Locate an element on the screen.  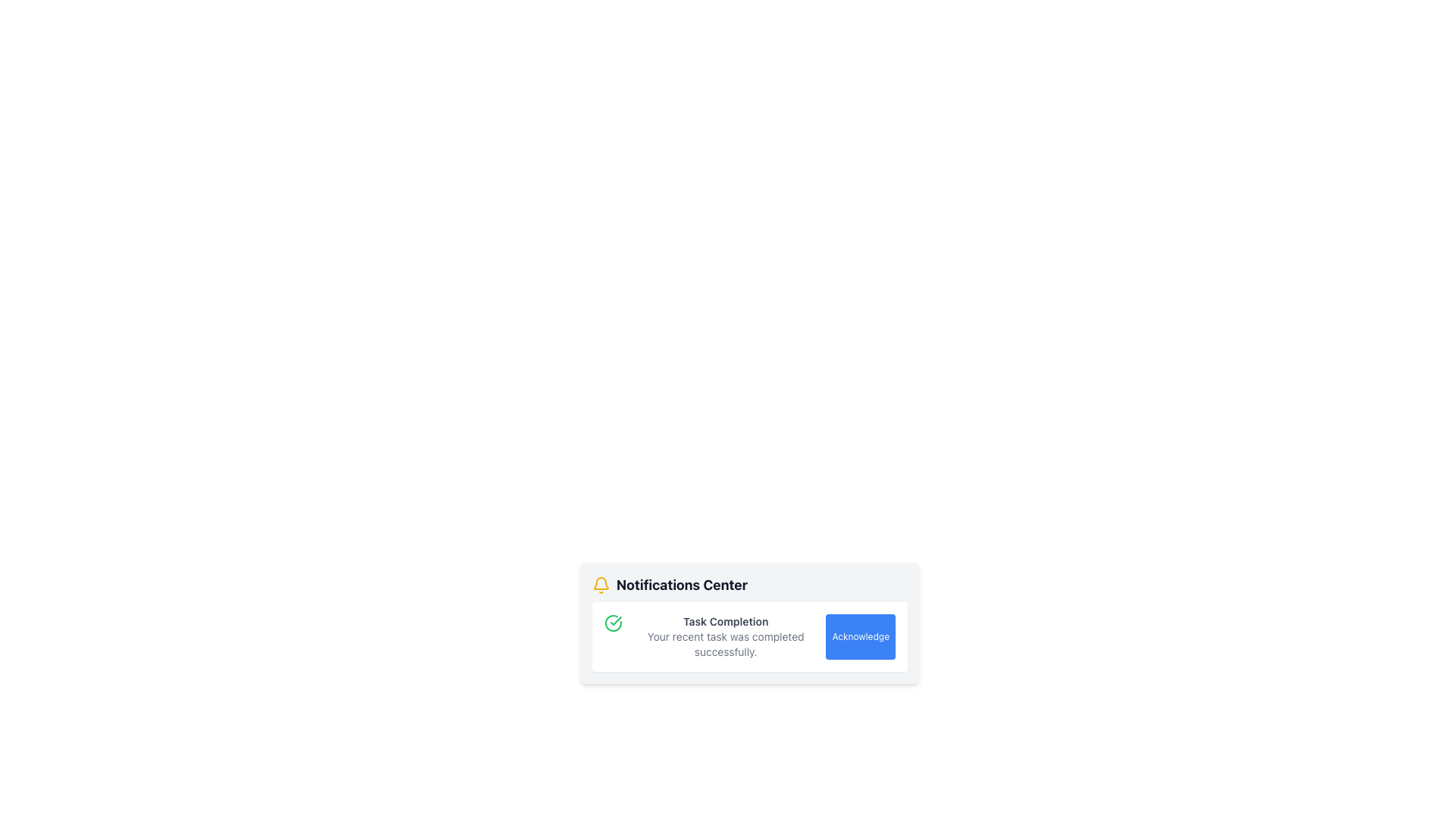
the bright yellow Notifications Center icon located at the top-left corner of the heading 'Notifications Center' is located at coordinates (600, 584).